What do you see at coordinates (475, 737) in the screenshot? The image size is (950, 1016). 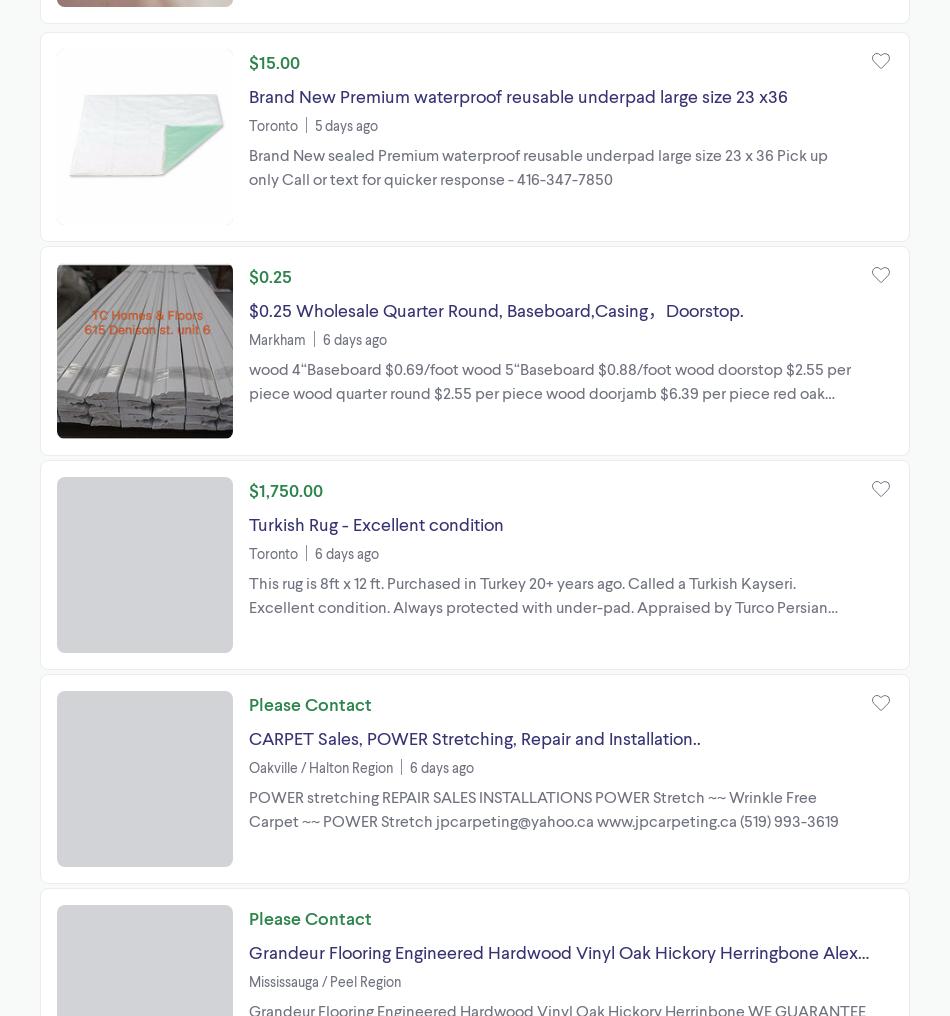 I see `'CARPET Sales, POWER Stretching, Repair and Installation..'` at bounding box center [475, 737].